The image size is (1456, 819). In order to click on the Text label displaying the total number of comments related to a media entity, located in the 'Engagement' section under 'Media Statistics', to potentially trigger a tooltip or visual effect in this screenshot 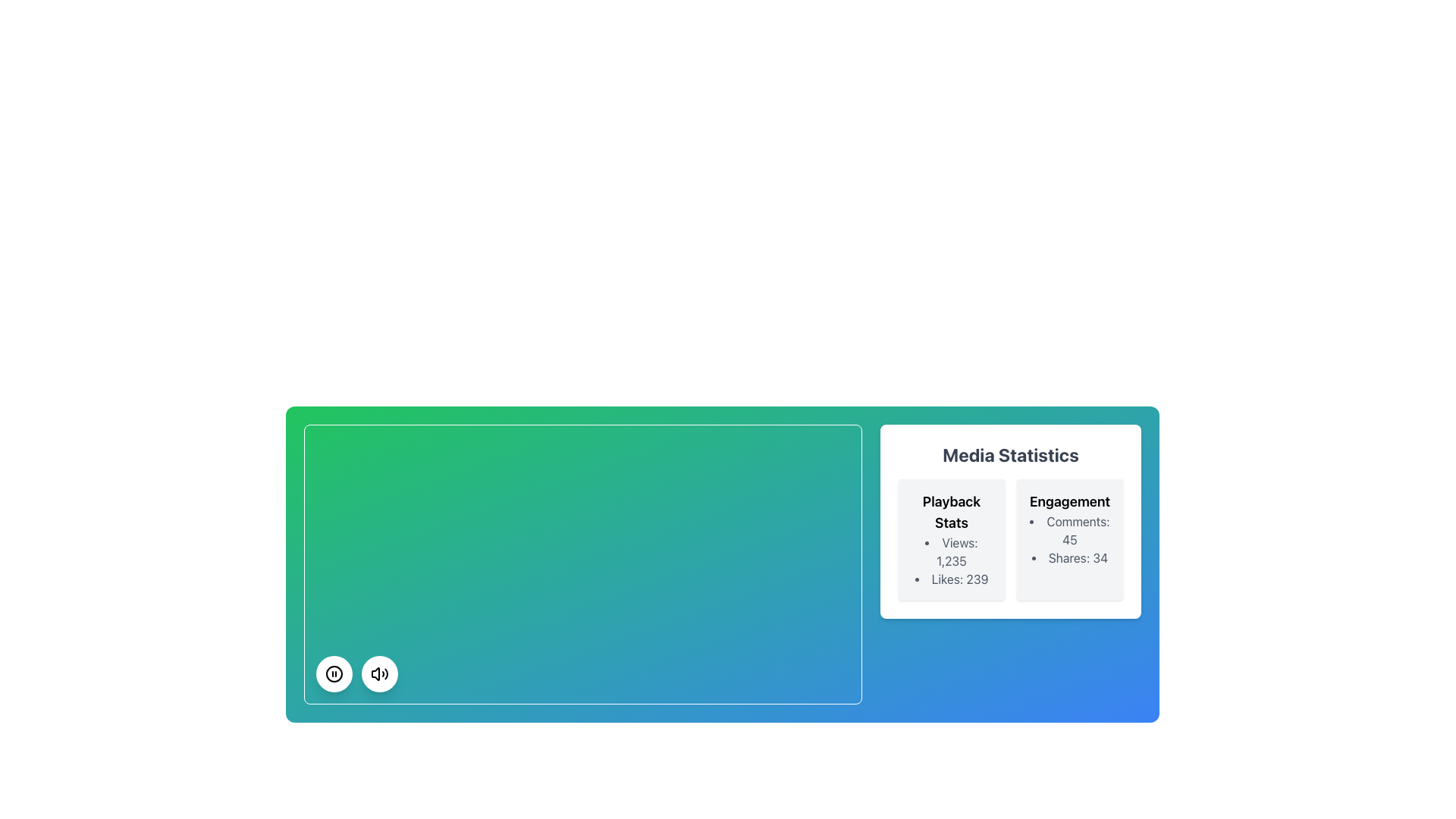, I will do `click(1069, 529)`.